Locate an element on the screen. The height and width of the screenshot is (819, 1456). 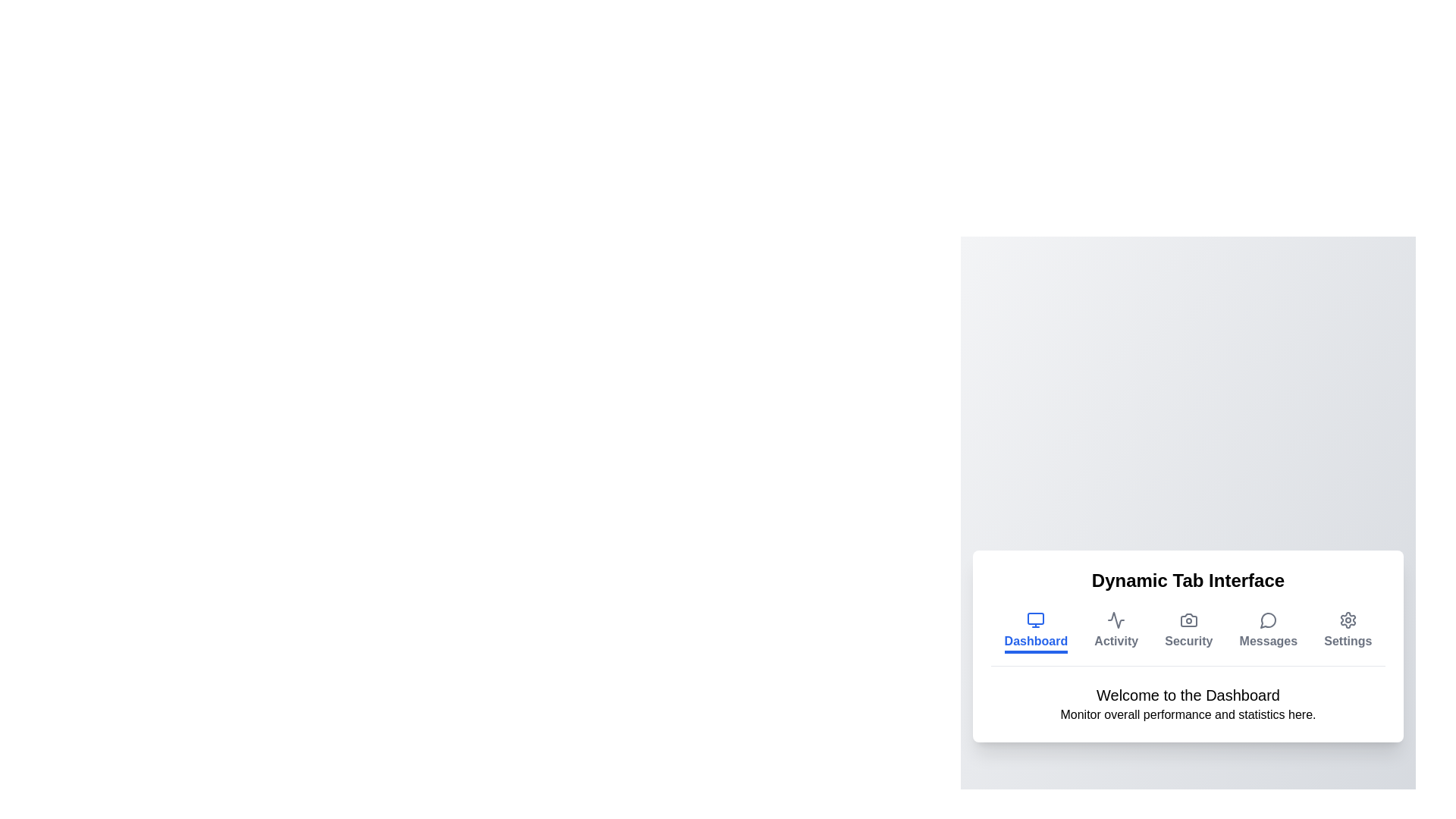
the 'Activity' navigation tab, which features a heartbeat icon above the text and changes color on hover is located at coordinates (1116, 632).